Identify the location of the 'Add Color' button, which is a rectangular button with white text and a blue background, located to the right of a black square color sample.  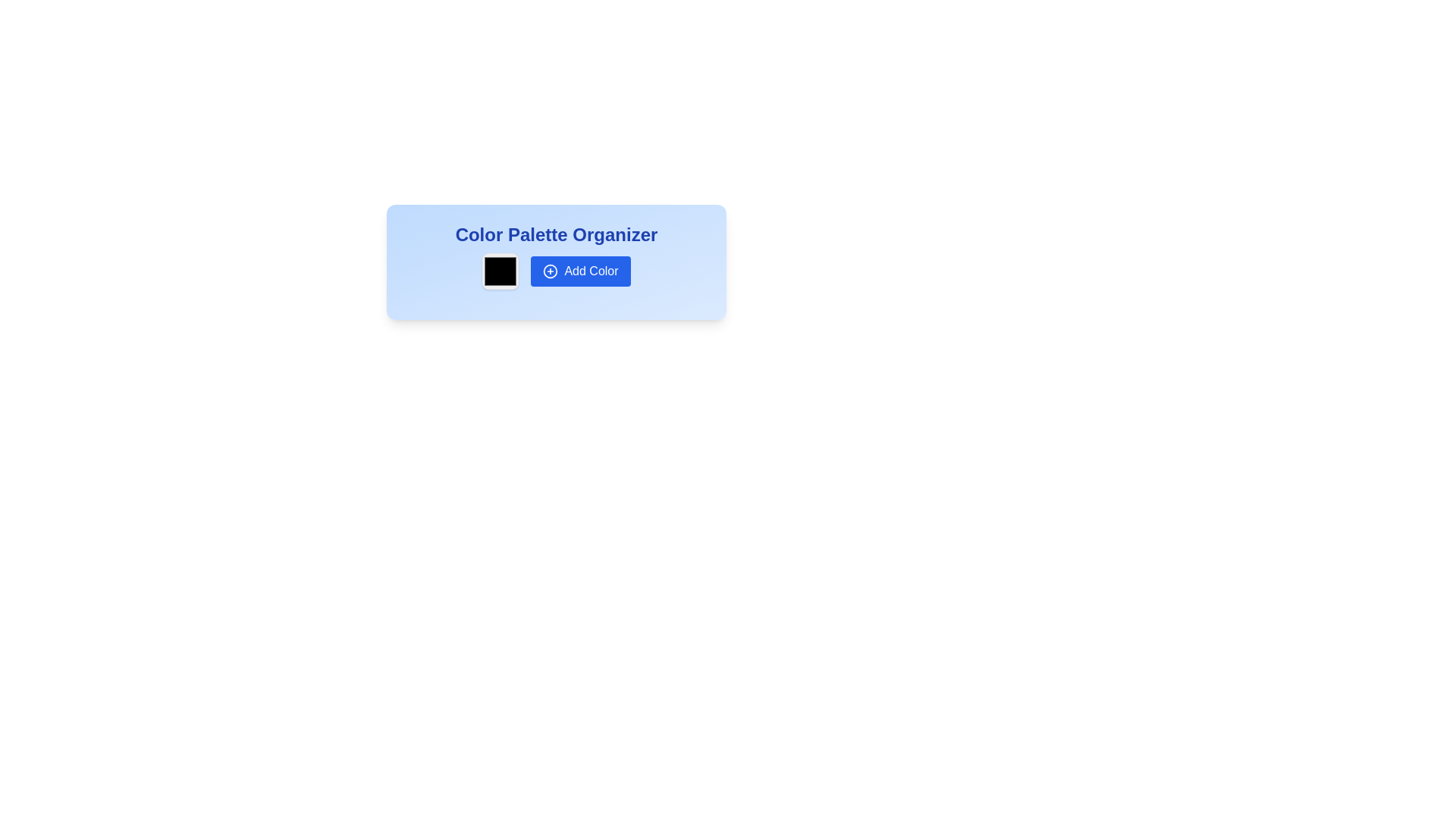
(580, 271).